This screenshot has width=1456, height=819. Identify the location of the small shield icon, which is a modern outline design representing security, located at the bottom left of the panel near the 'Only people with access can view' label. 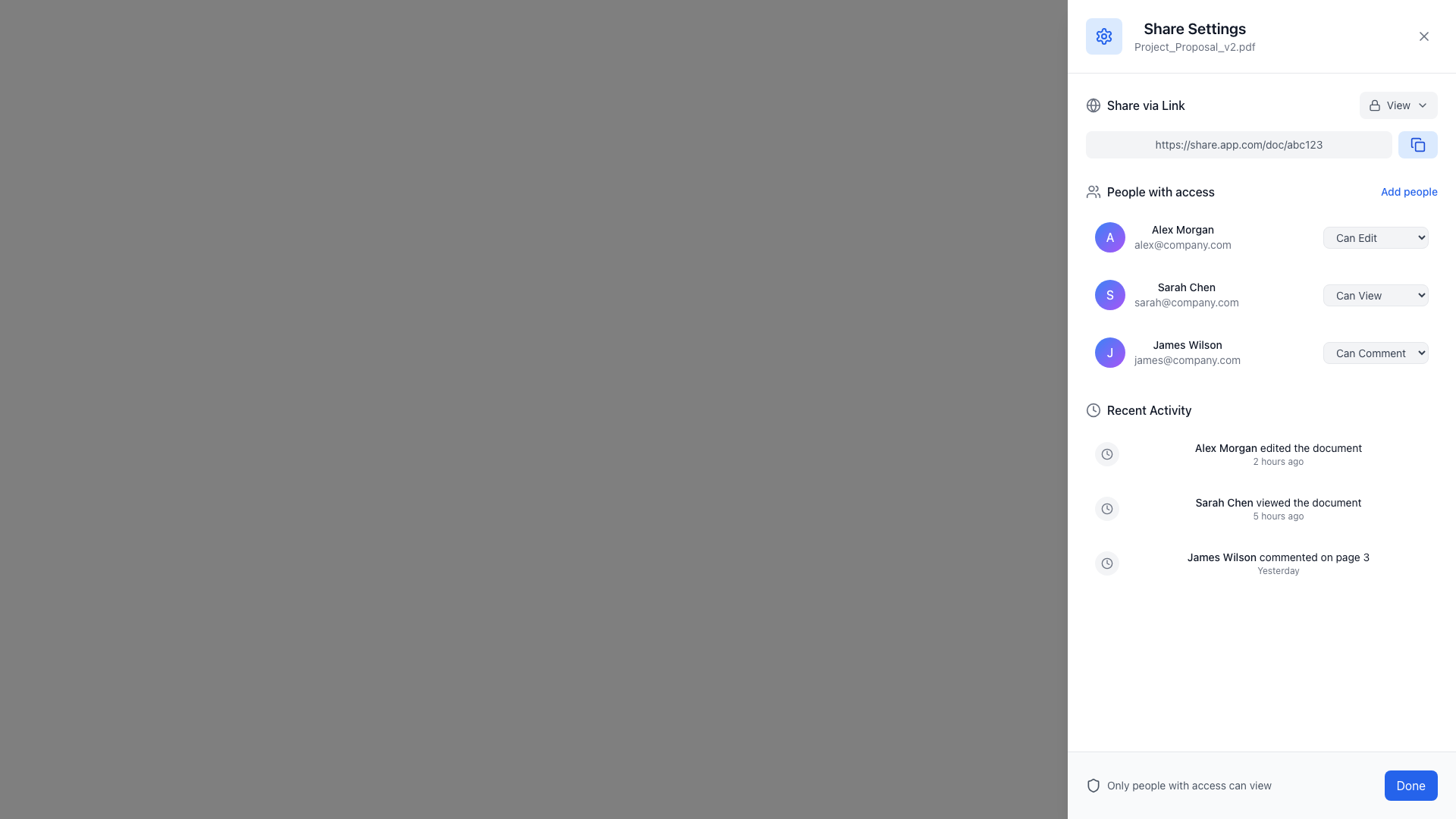
(1093, 785).